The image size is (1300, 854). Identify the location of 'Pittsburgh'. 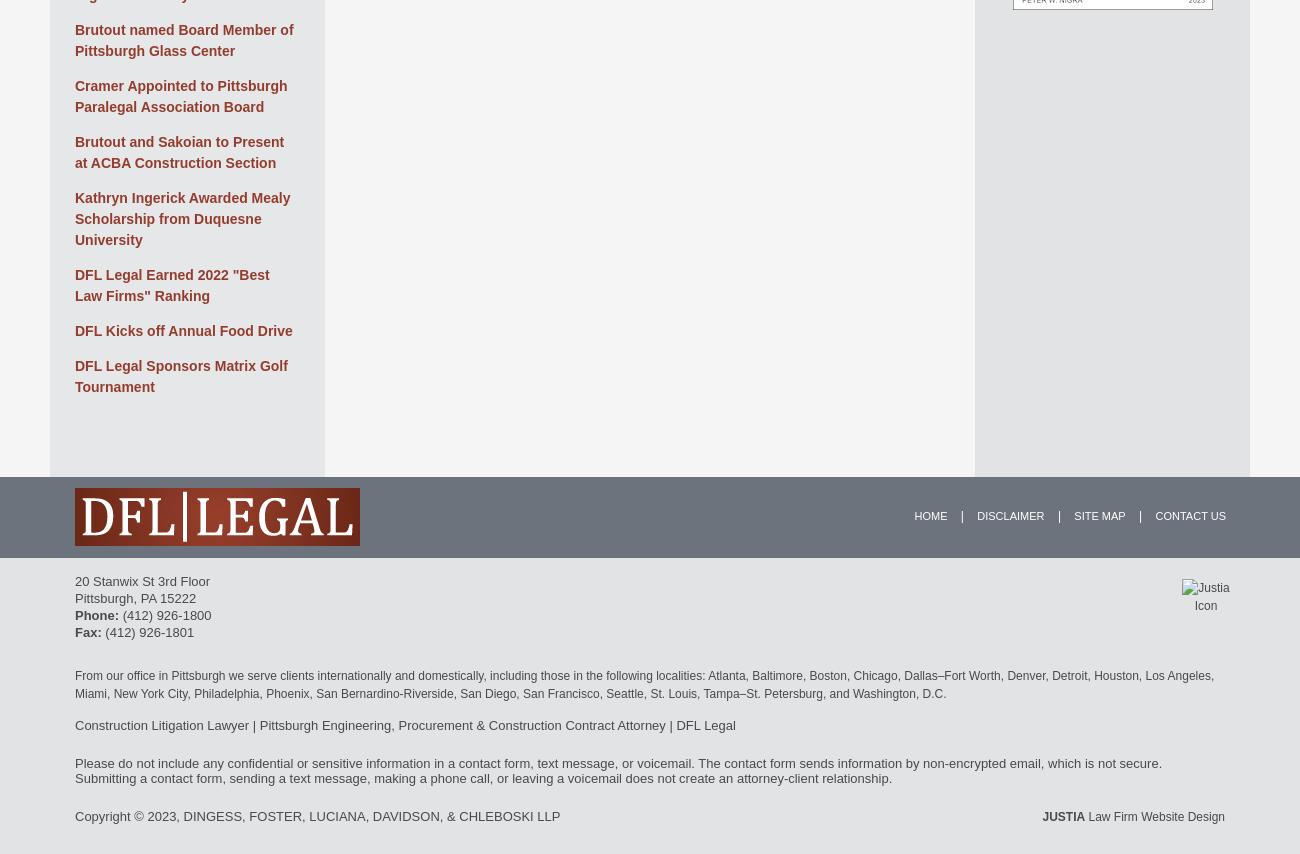
(104, 597).